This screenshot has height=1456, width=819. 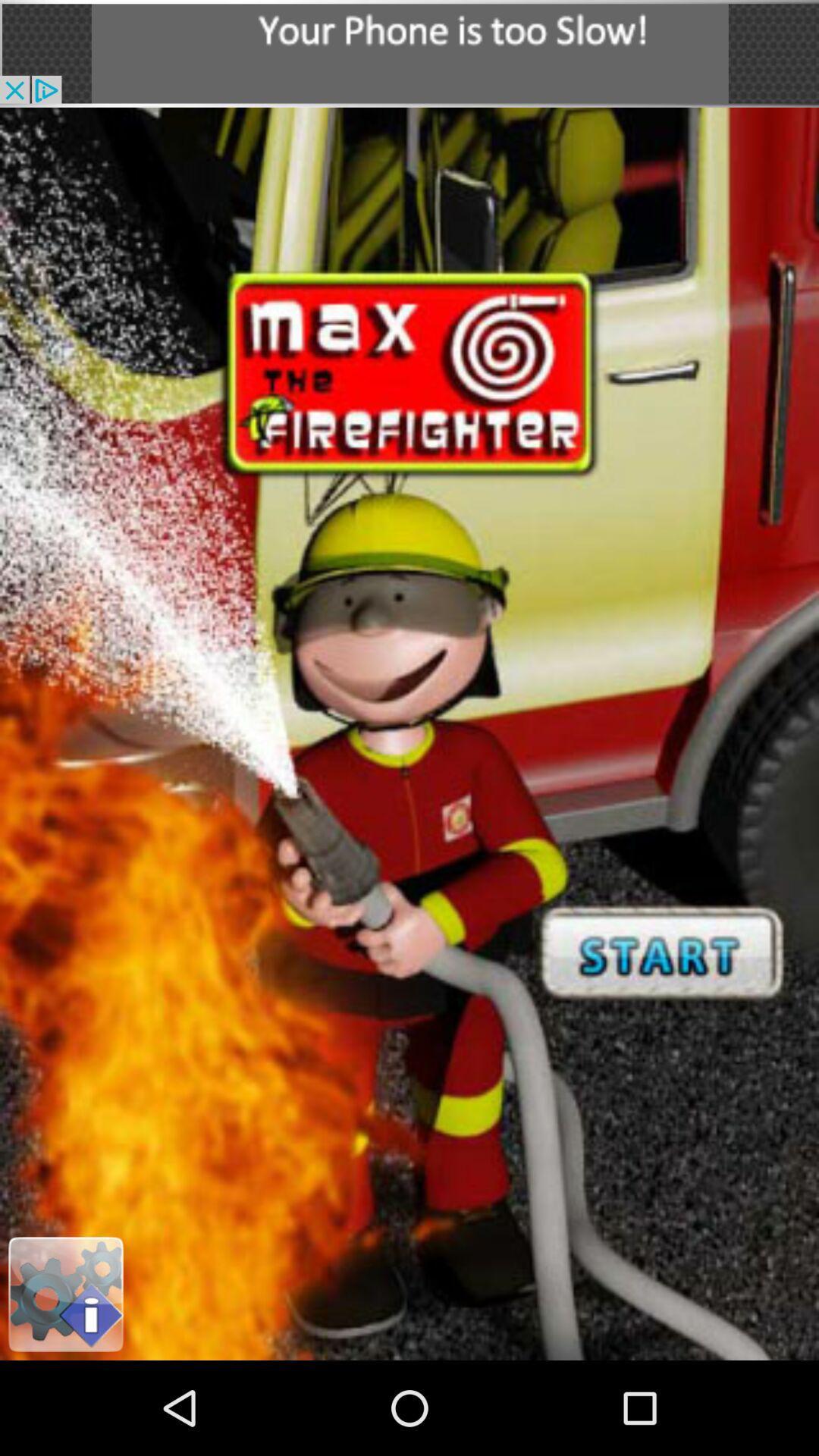 What do you see at coordinates (409, 733) in the screenshot?
I see `start` at bounding box center [409, 733].